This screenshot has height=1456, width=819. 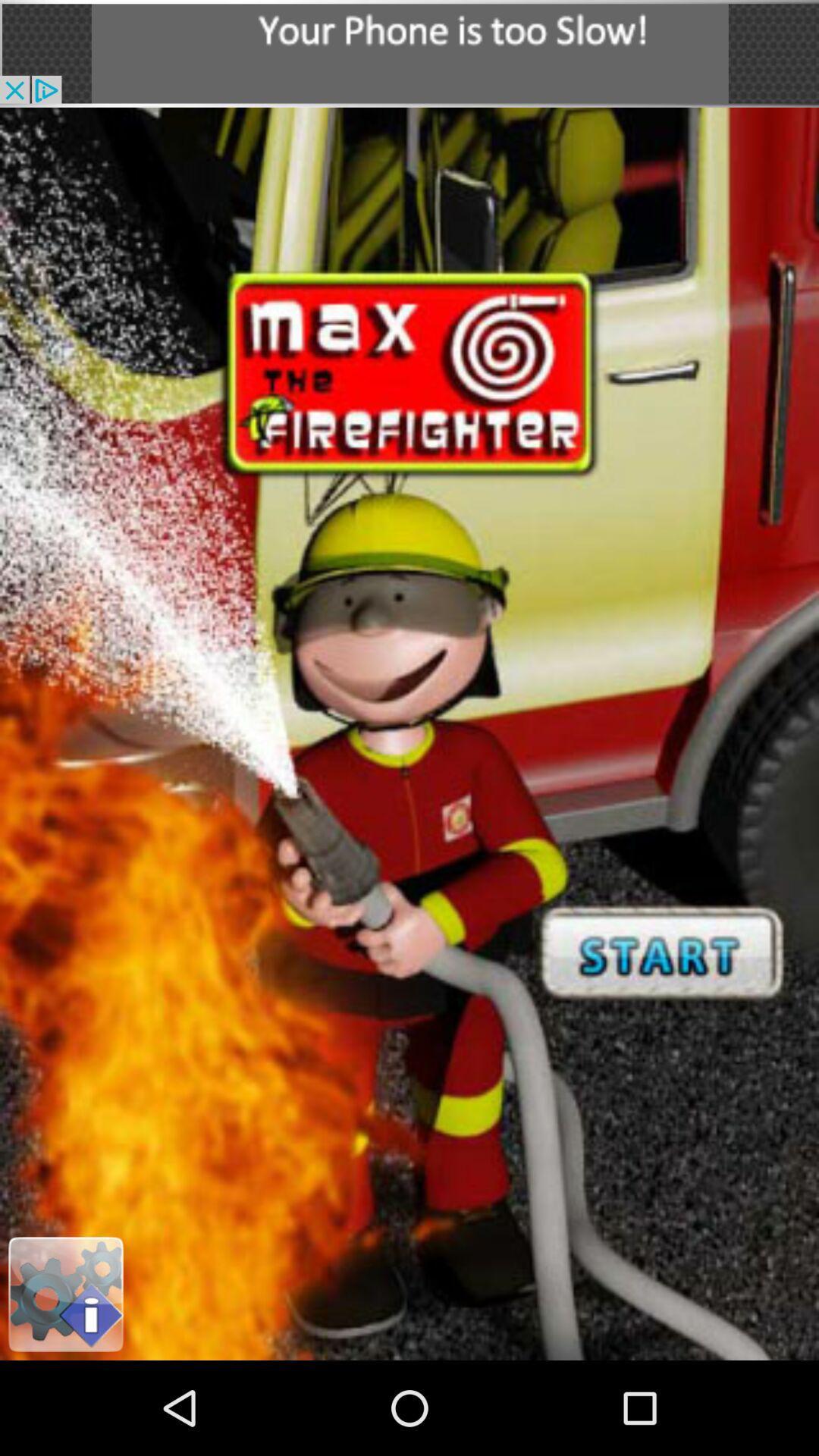 What do you see at coordinates (409, 733) in the screenshot?
I see `start` at bounding box center [409, 733].